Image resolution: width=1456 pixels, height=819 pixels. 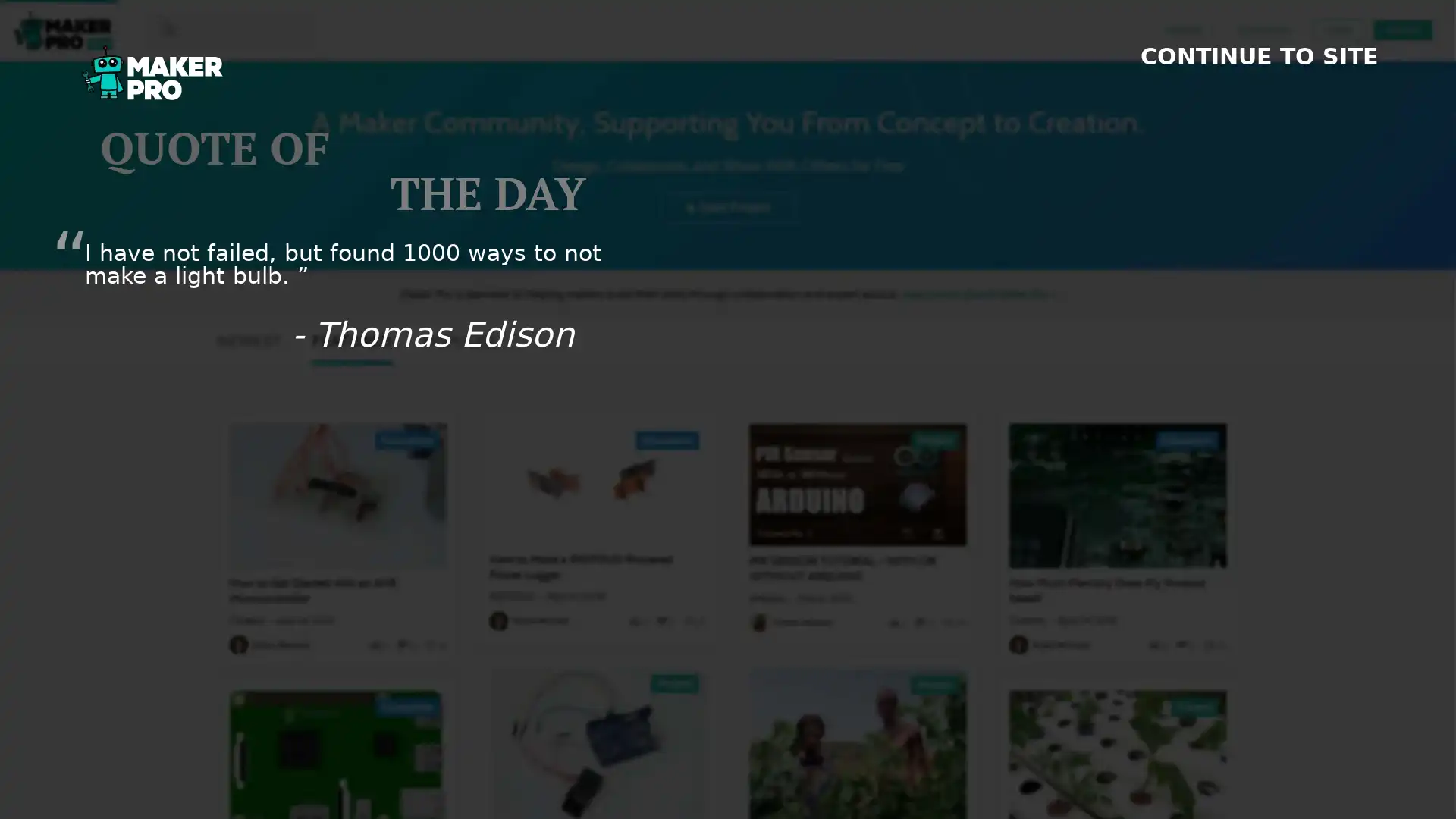 I want to click on search, so click(x=158, y=29).